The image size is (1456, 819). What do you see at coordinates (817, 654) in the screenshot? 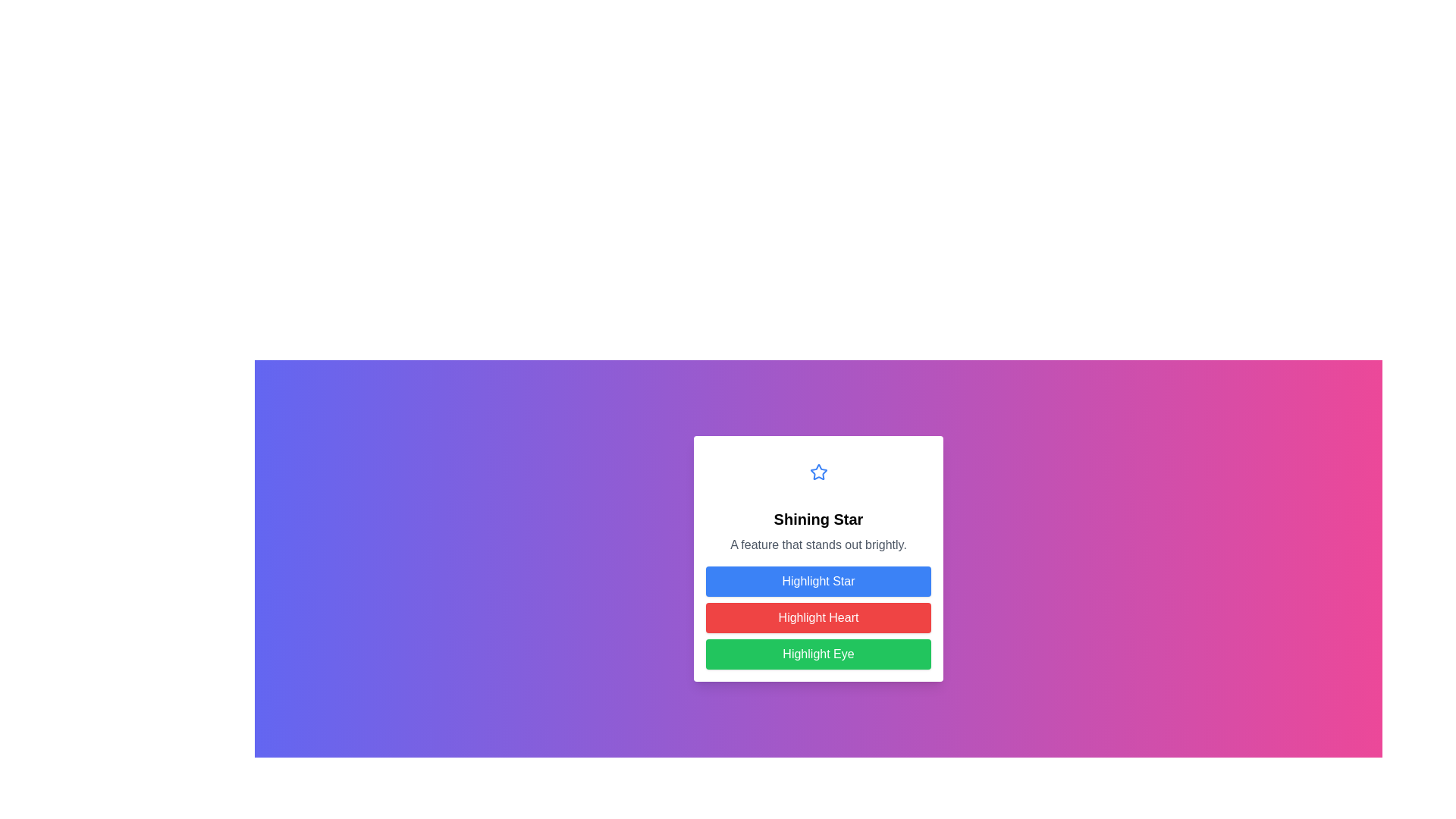
I see `the 'Highlight Eye' button, which is a green rectangular button with rounded corners and white text, located below the 'Highlight Star' and 'Highlight Heart' buttons` at bounding box center [817, 654].